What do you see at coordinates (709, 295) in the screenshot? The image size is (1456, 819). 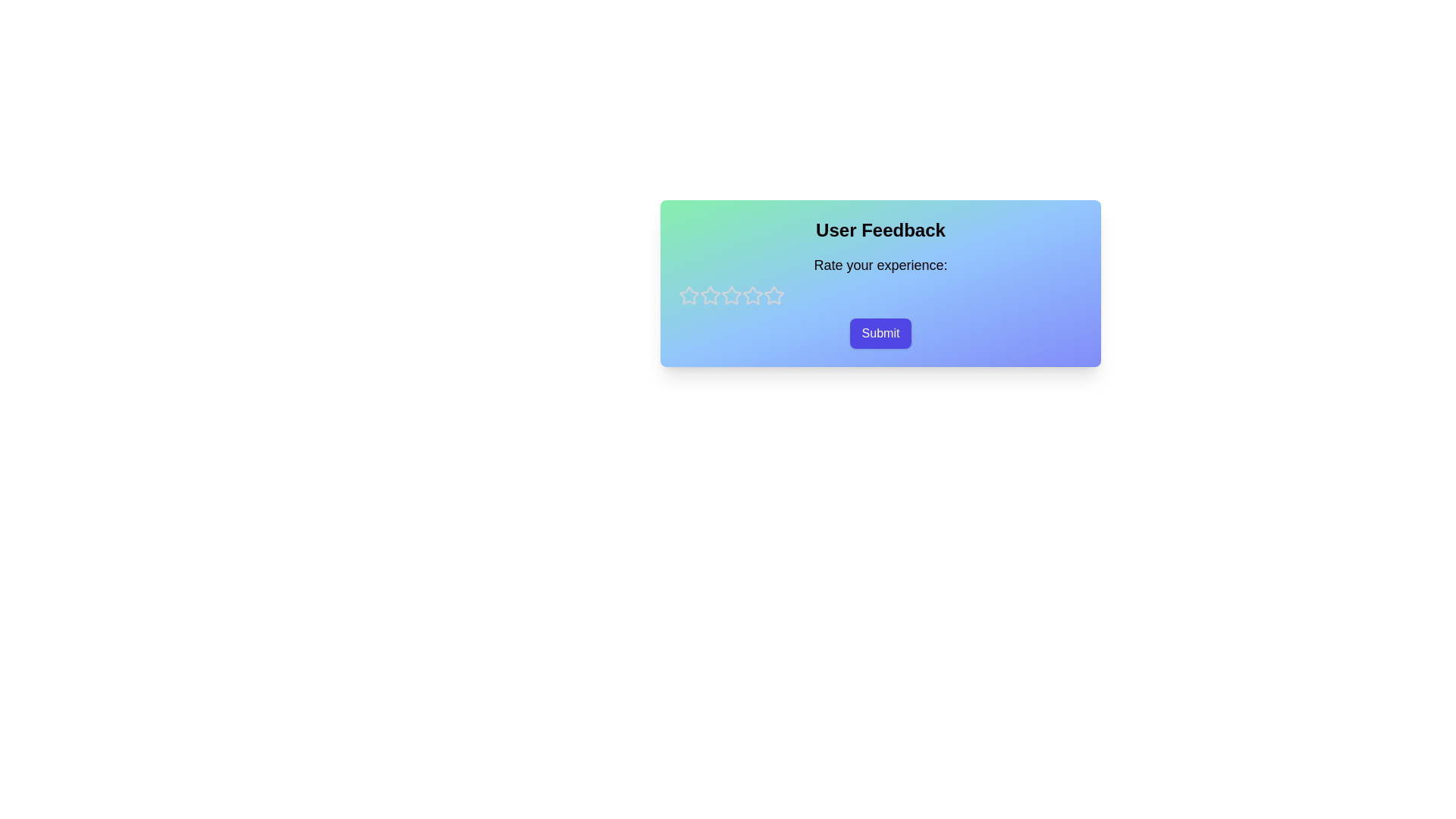 I see `across the second star icon in the horizontal sequence of rating stars` at bounding box center [709, 295].